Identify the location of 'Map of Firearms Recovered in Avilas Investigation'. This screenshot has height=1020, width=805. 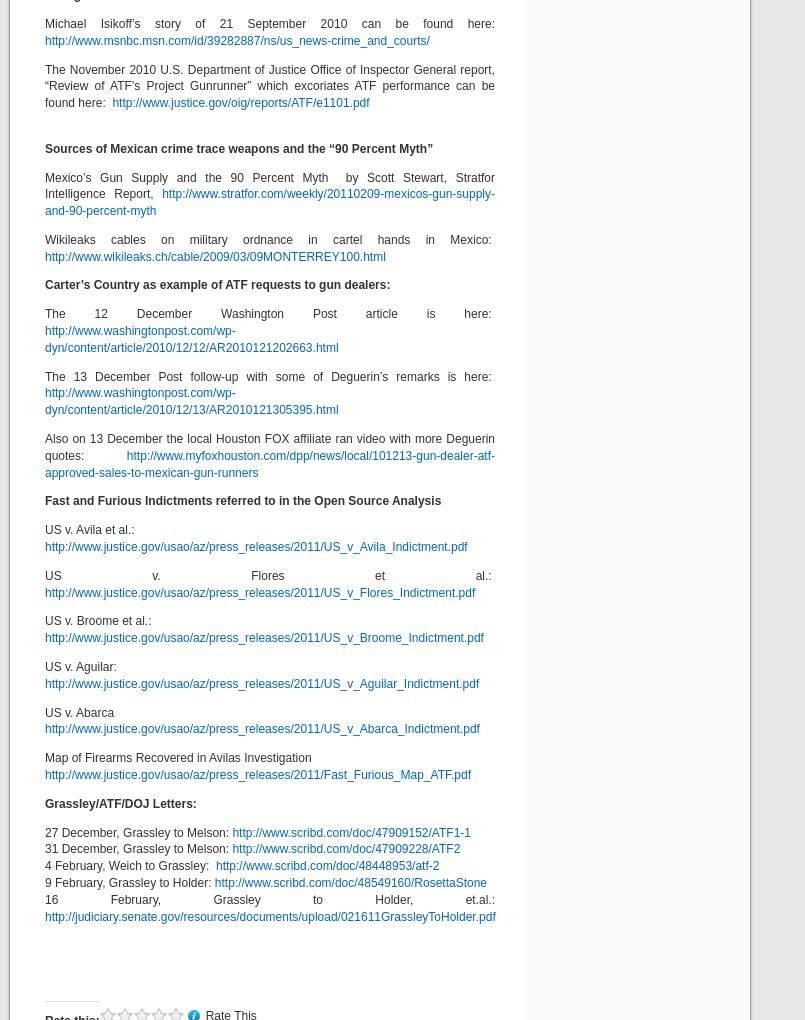
(176, 757).